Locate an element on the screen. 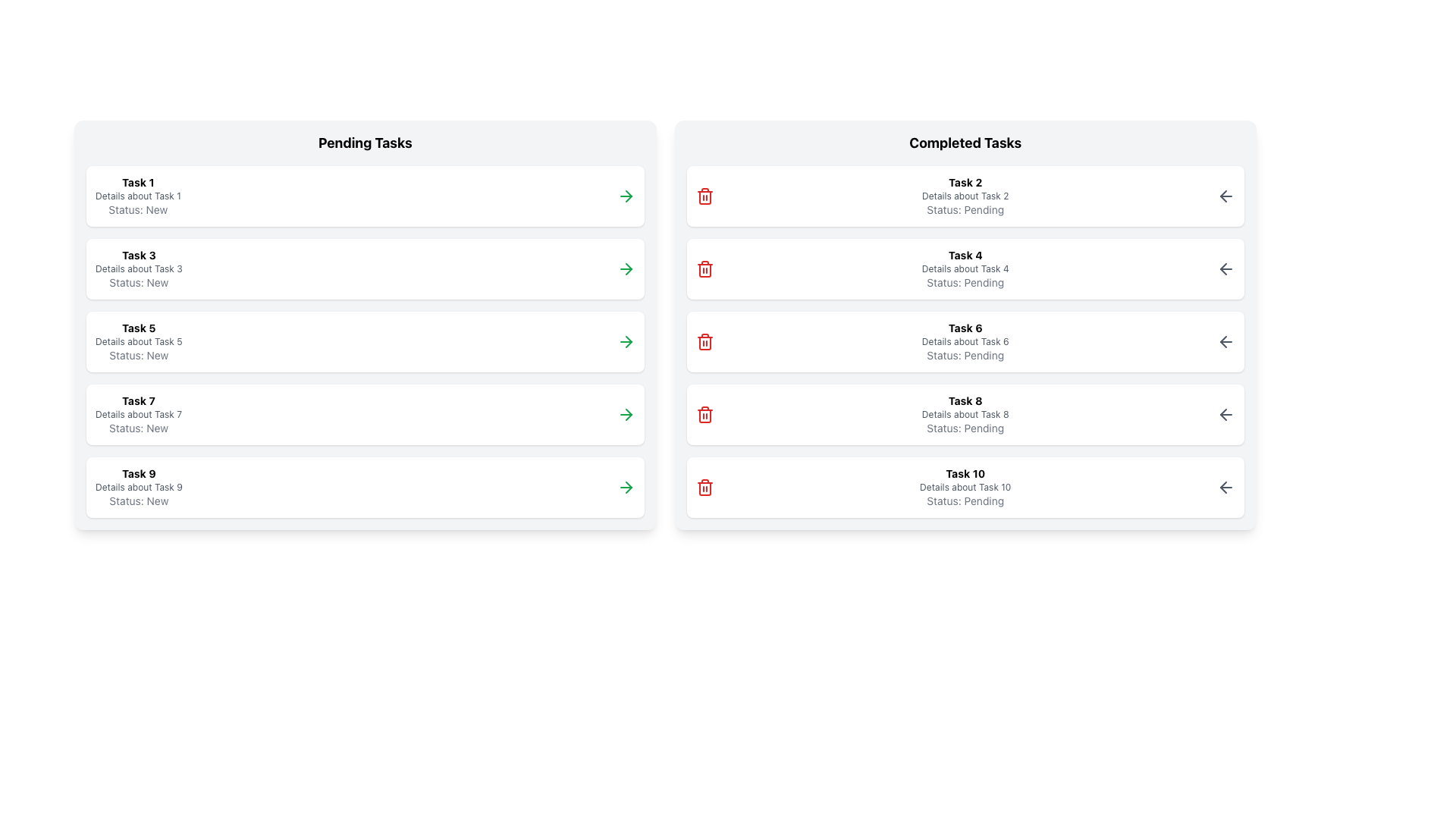 This screenshot has width=1456, height=819. the text label that displays 'Status: New', which is located under the 'Details about Task 3' description in the Pending Tasks column is located at coordinates (139, 282).